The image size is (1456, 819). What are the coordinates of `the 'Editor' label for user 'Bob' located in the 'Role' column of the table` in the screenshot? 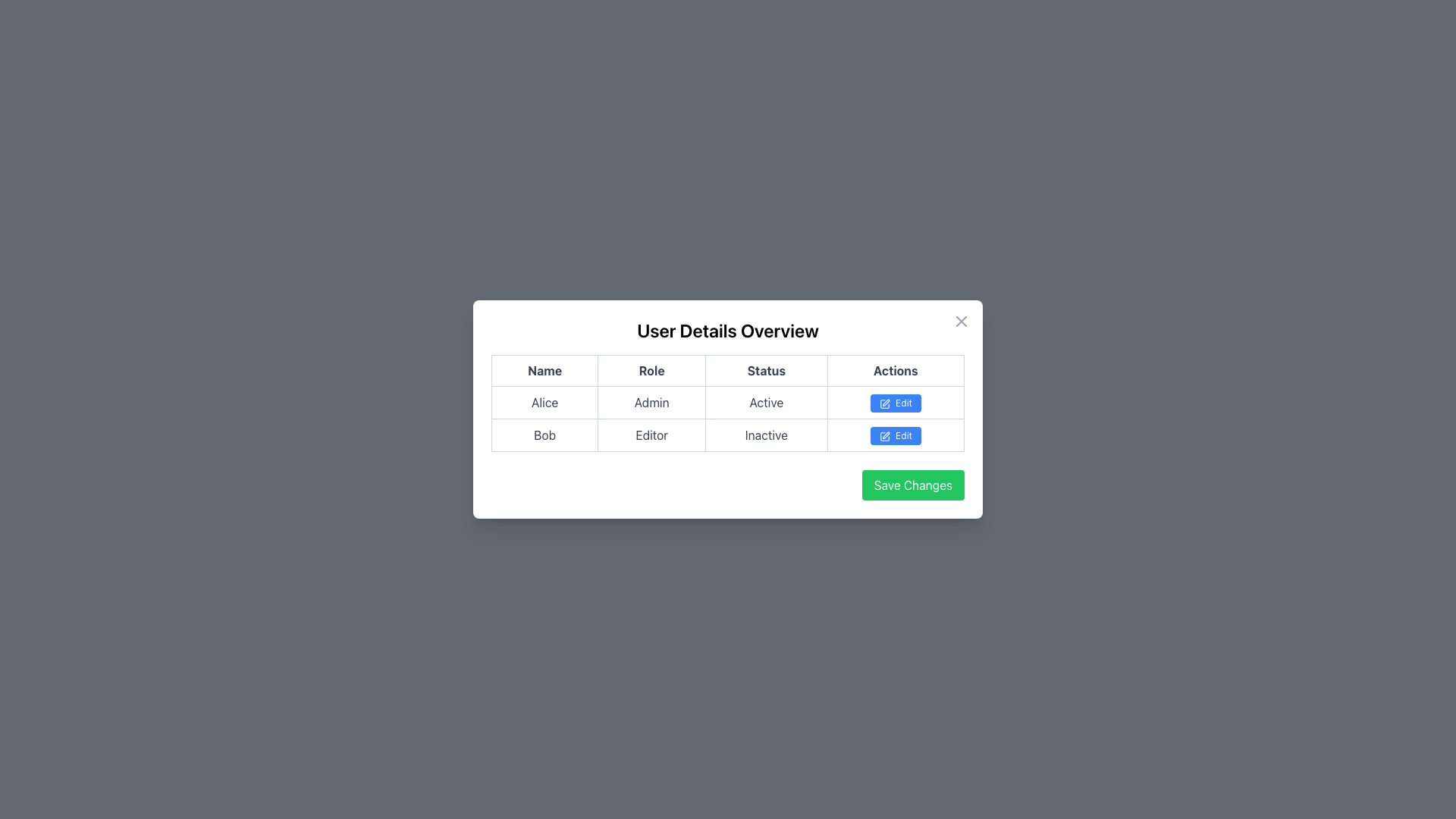 It's located at (651, 435).